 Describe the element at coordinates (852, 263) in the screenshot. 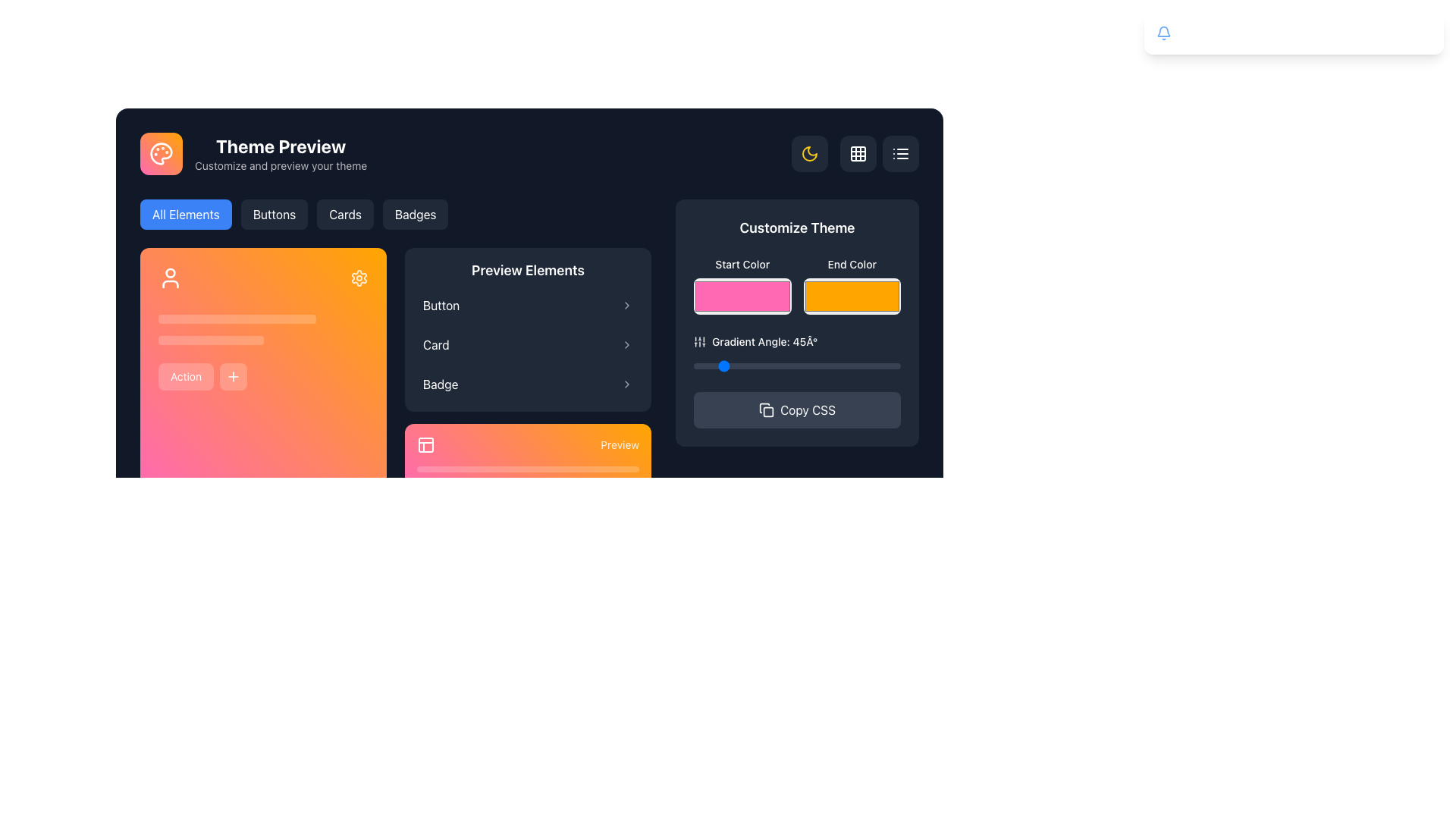

I see `the 'End Color' text label located in the 'Customize Theme' section, which is styled in a small, bold sans-serif font and positioned above the color selection box` at that location.